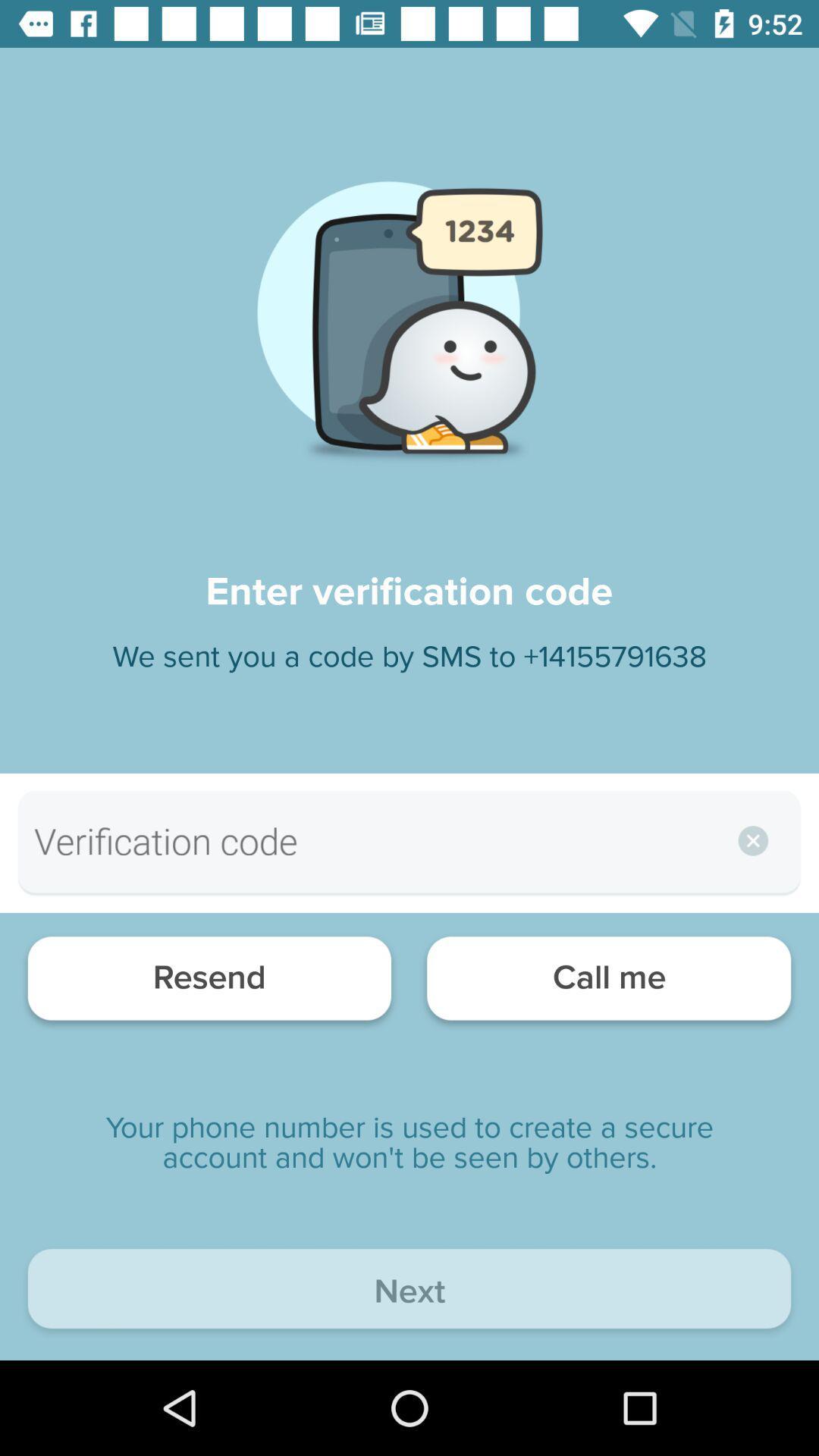 This screenshot has height=1456, width=819. I want to click on the item to the left of the call me item, so click(209, 982).